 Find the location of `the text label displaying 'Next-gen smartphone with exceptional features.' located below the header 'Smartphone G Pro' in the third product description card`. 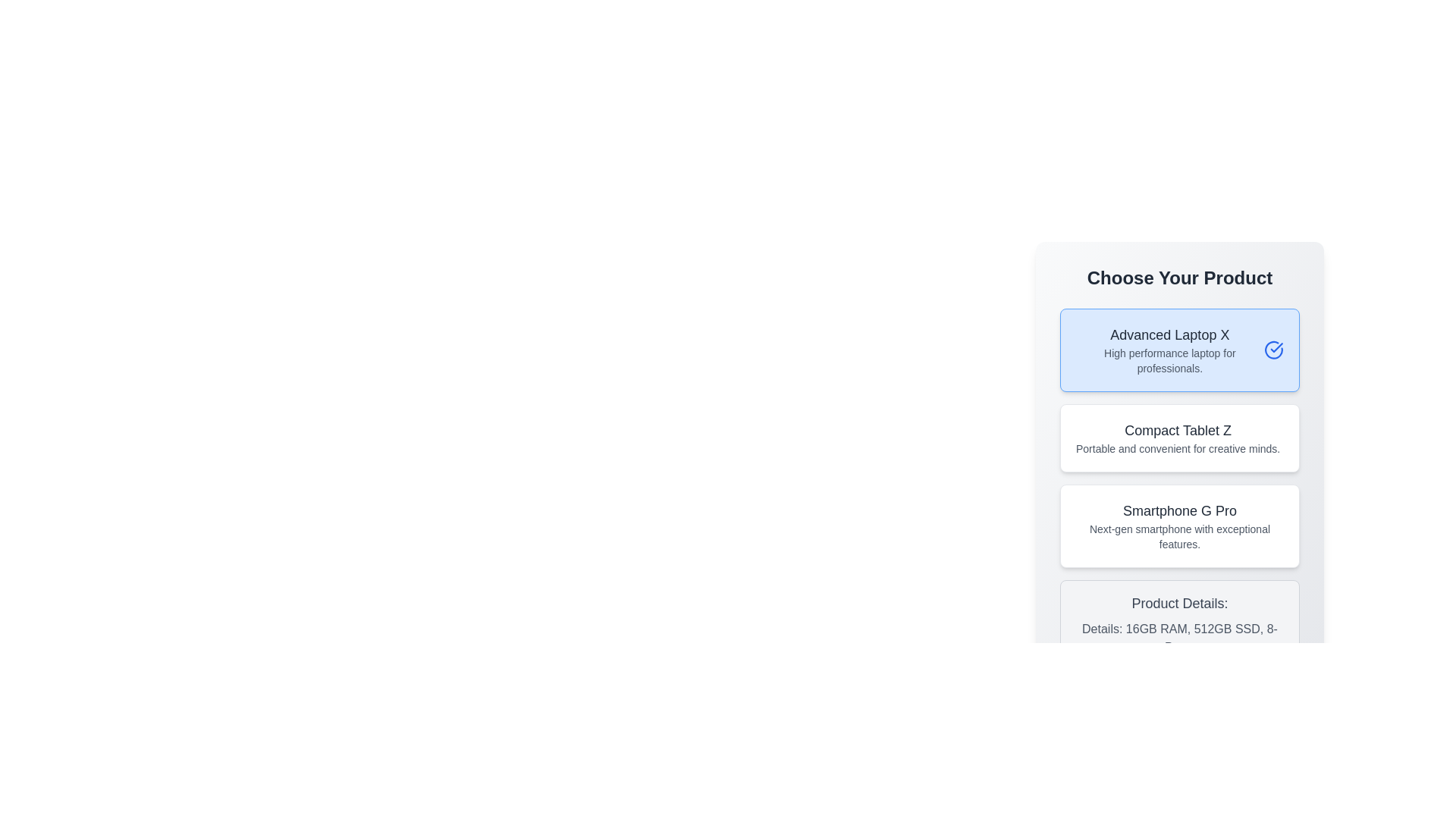

the text label displaying 'Next-gen smartphone with exceptional features.' located below the header 'Smartphone G Pro' in the third product description card is located at coordinates (1178, 536).